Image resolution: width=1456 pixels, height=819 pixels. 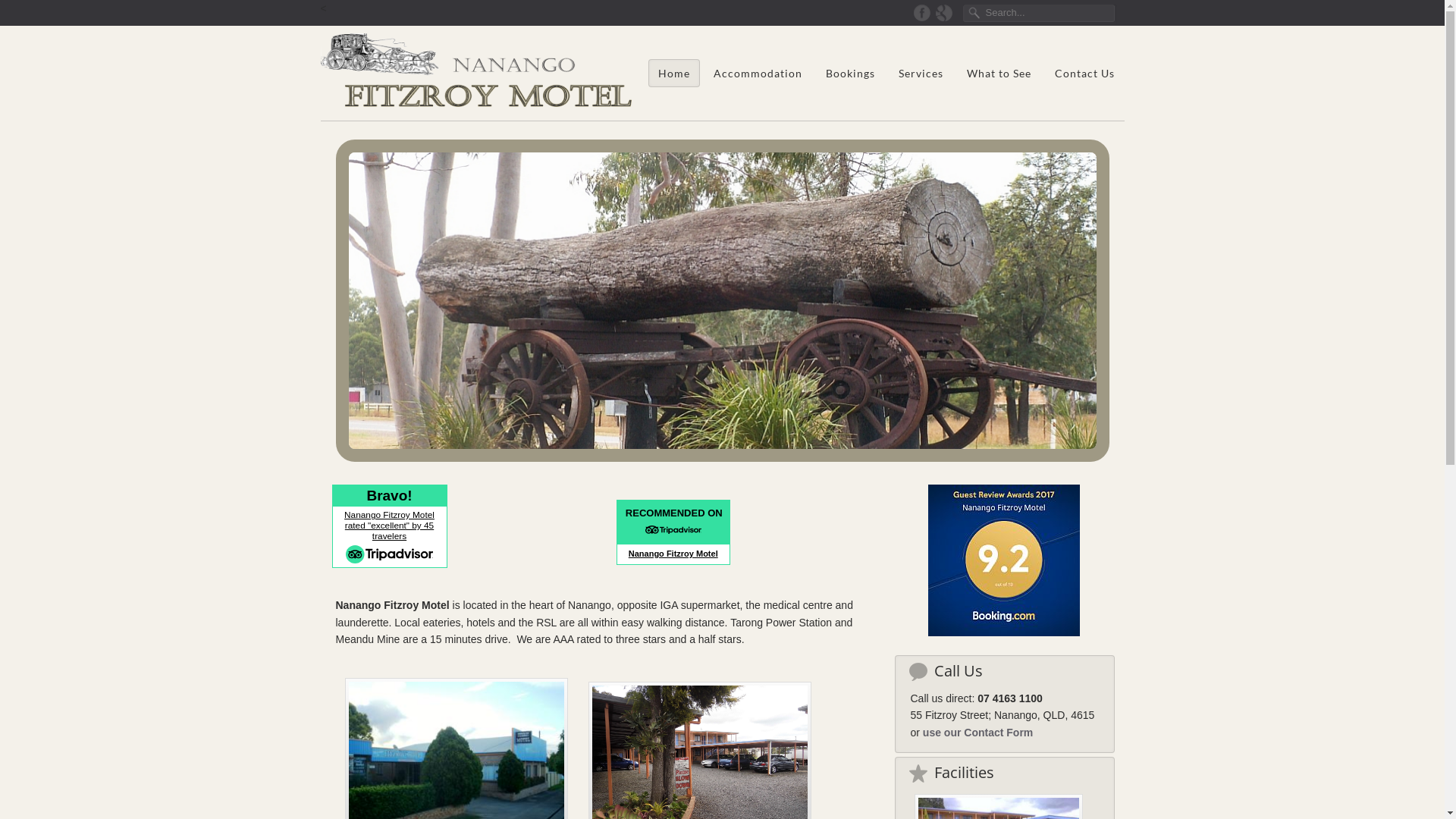 What do you see at coordinates (1083, 73) in the screenshot?
I see `'Contact Us'` at bounding box center [1083, 73].